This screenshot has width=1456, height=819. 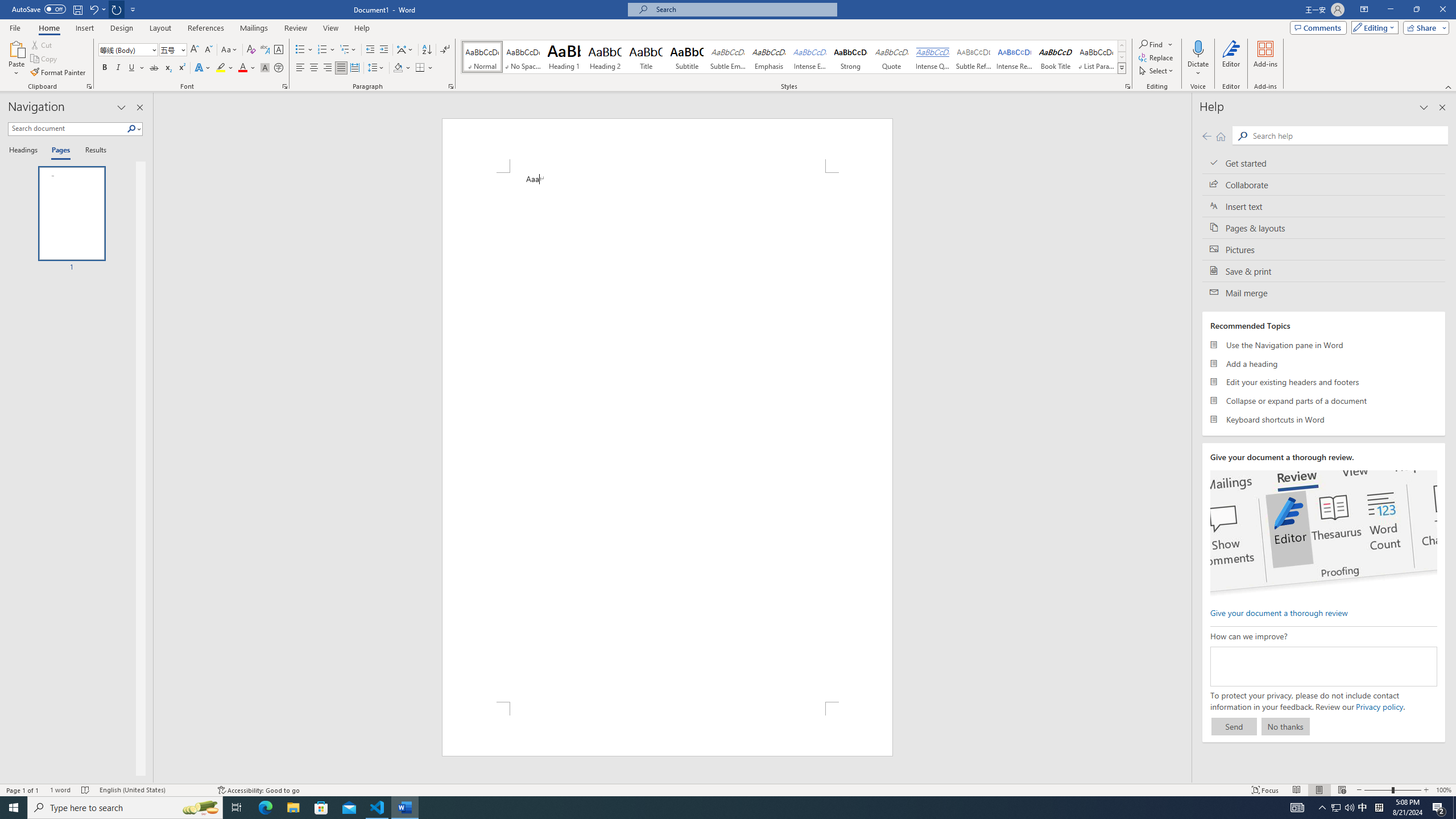 I want to click on 'Intense Reference', so click(x=1015, y=56).